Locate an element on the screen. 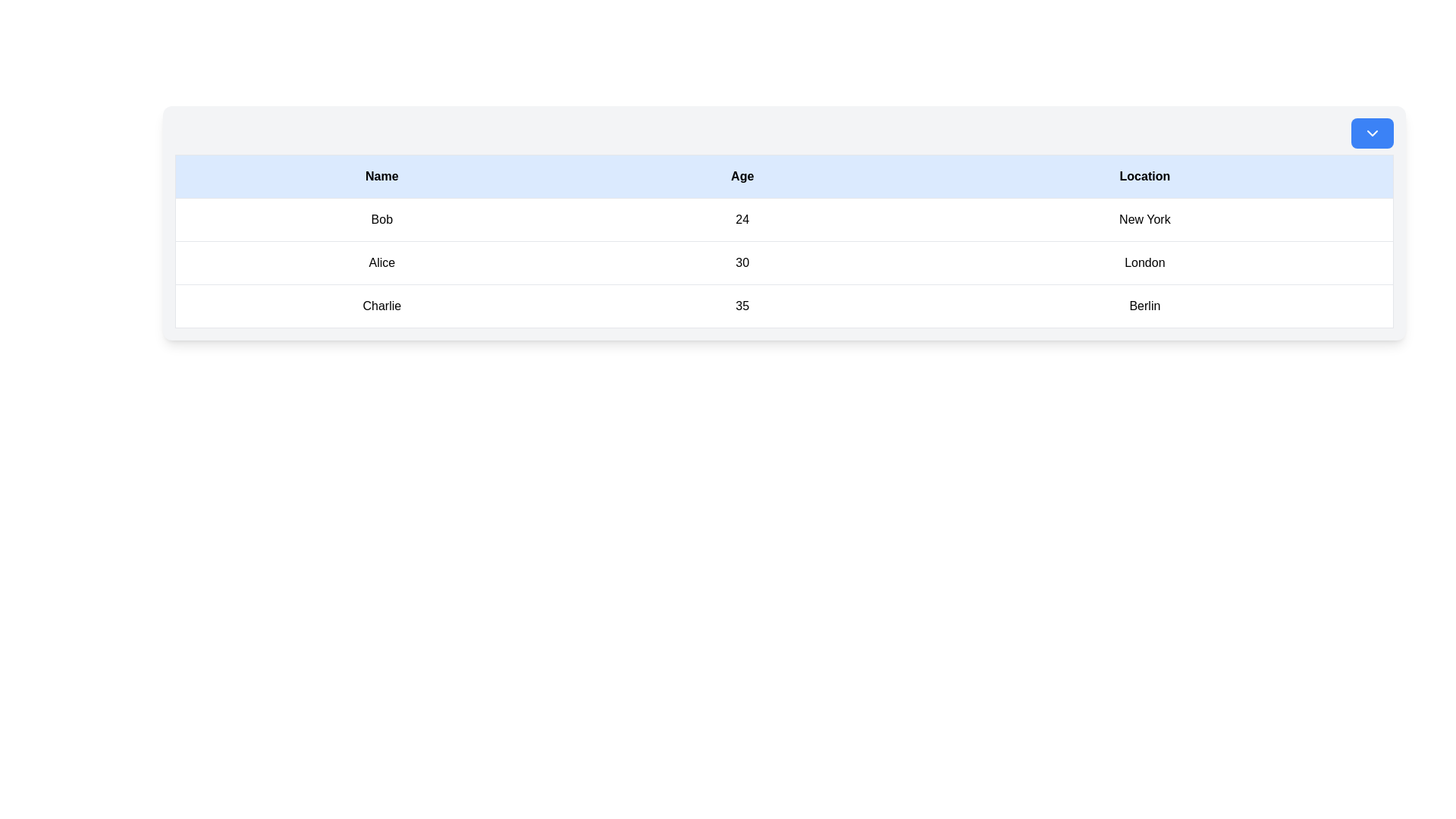 This screenshot has width=1456, height=819. the chevron icon located within the button at the top right corner of the displayed table, which serves as an interactive control for expanding or opening a dropdown menu is located at coordinates (1372, 133).